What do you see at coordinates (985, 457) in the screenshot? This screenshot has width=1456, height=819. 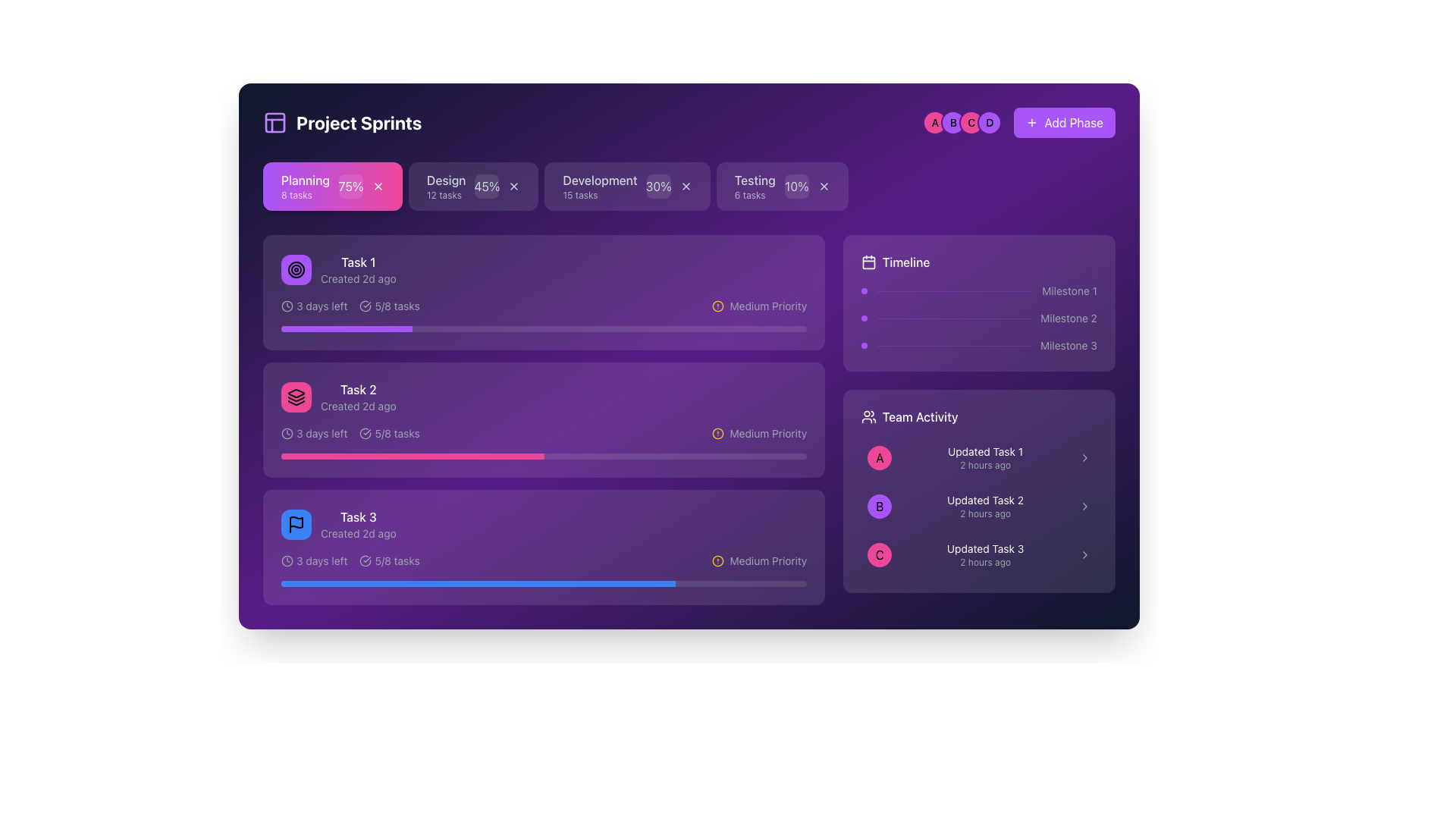 I see `displayed task title 'Updated Task 1' and timestamp '2 hours ago' from the composite text display element located in the central section of the 'Team Activity' module` at bounding box center [985, 457].